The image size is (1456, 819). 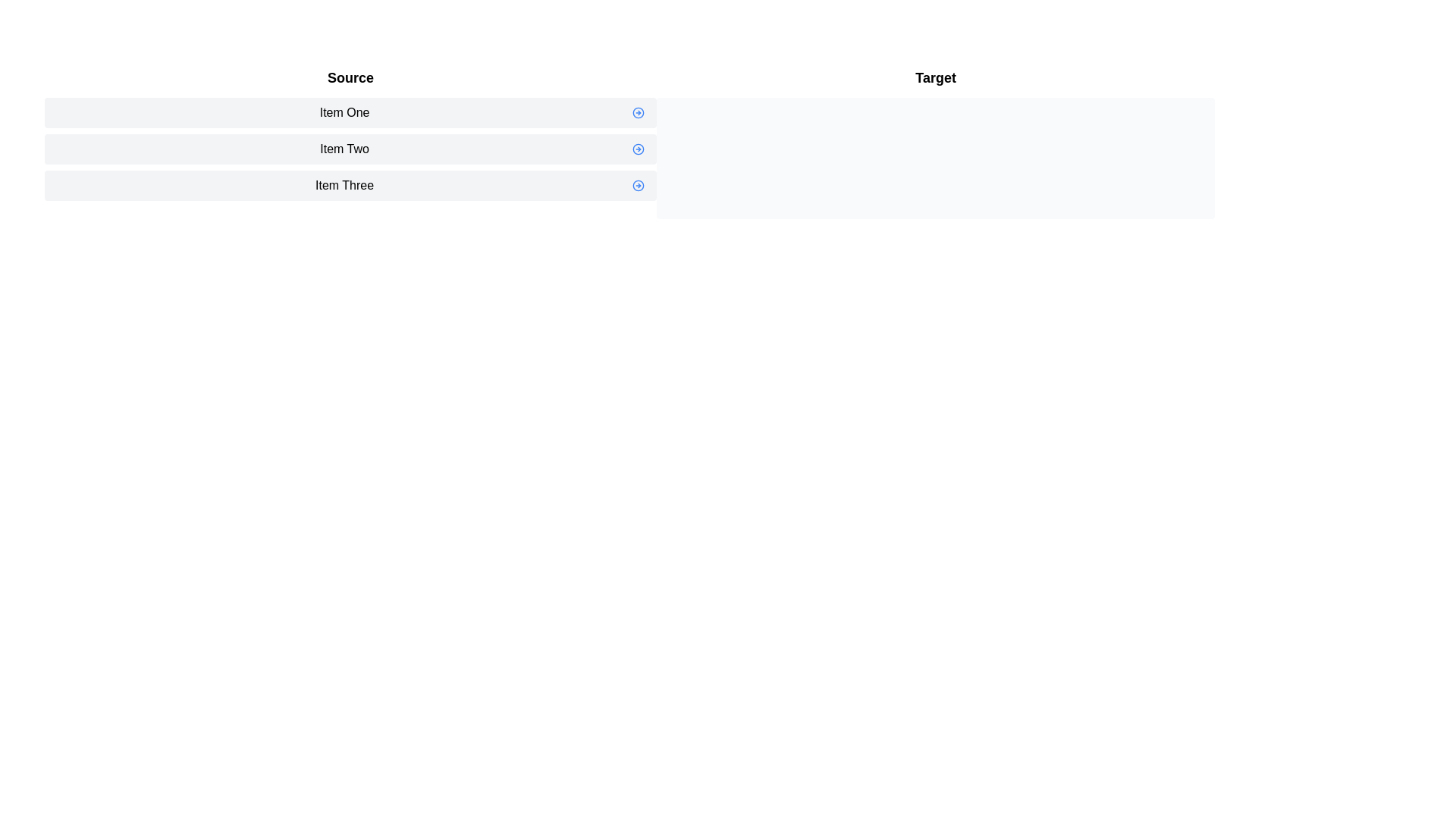 I want to click on text from the bold 'Source' label positioned at the top of the list of items, so click(x=350, y=78).